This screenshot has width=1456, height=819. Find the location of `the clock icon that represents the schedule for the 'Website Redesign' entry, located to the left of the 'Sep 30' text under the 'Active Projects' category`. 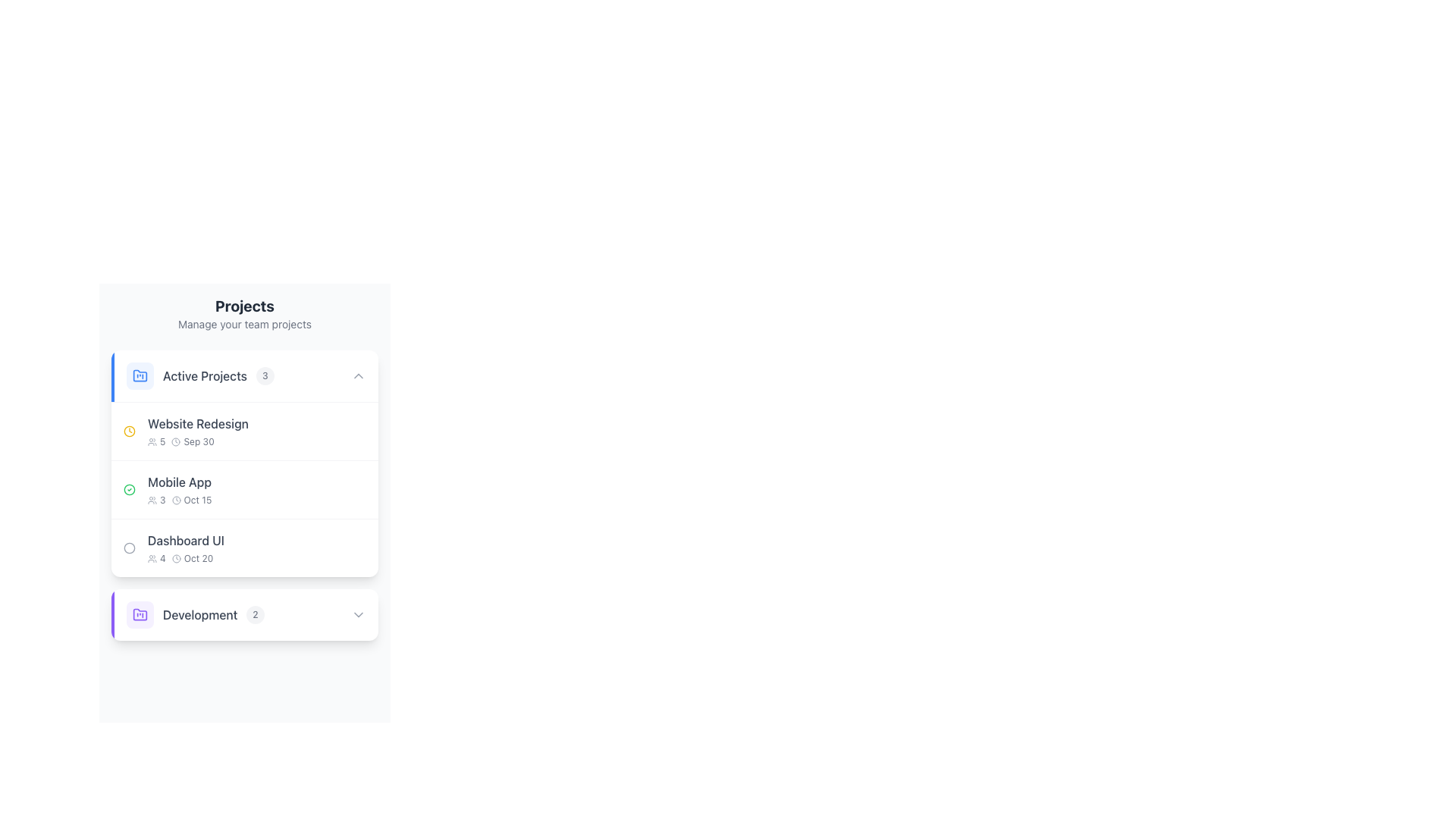

the clock icon that represents the schedule for the 'Website Redesign' entry, located to the left of the 'Sep 30' text under the 'Active Projects' category is located at coordinates (176, 441).